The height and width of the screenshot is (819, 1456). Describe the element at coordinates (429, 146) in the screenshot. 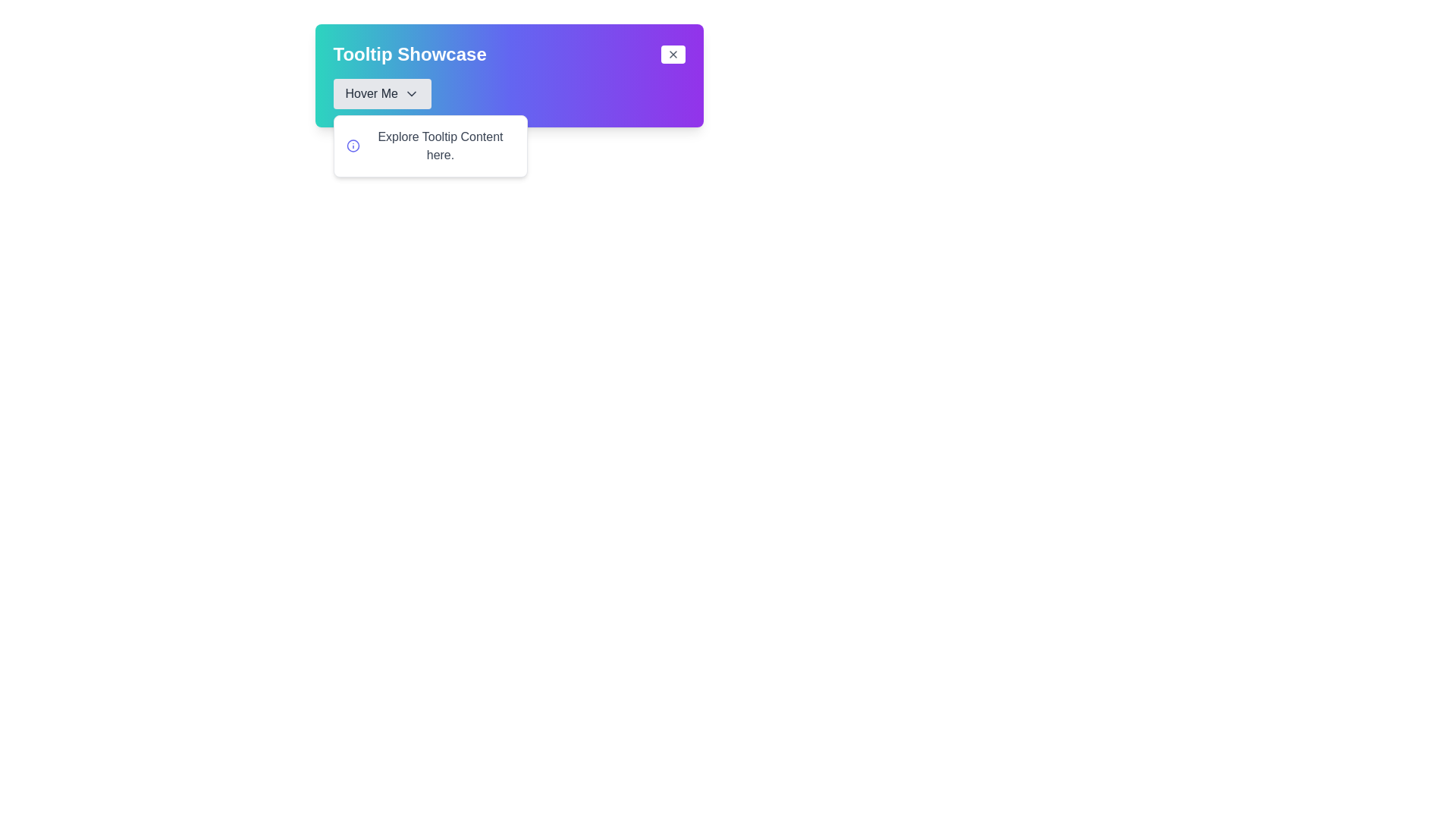

I see `the tooltip displaying 'Explore Tooltip Content here.' which is located directly below the 'Hover Me' button` at that location.